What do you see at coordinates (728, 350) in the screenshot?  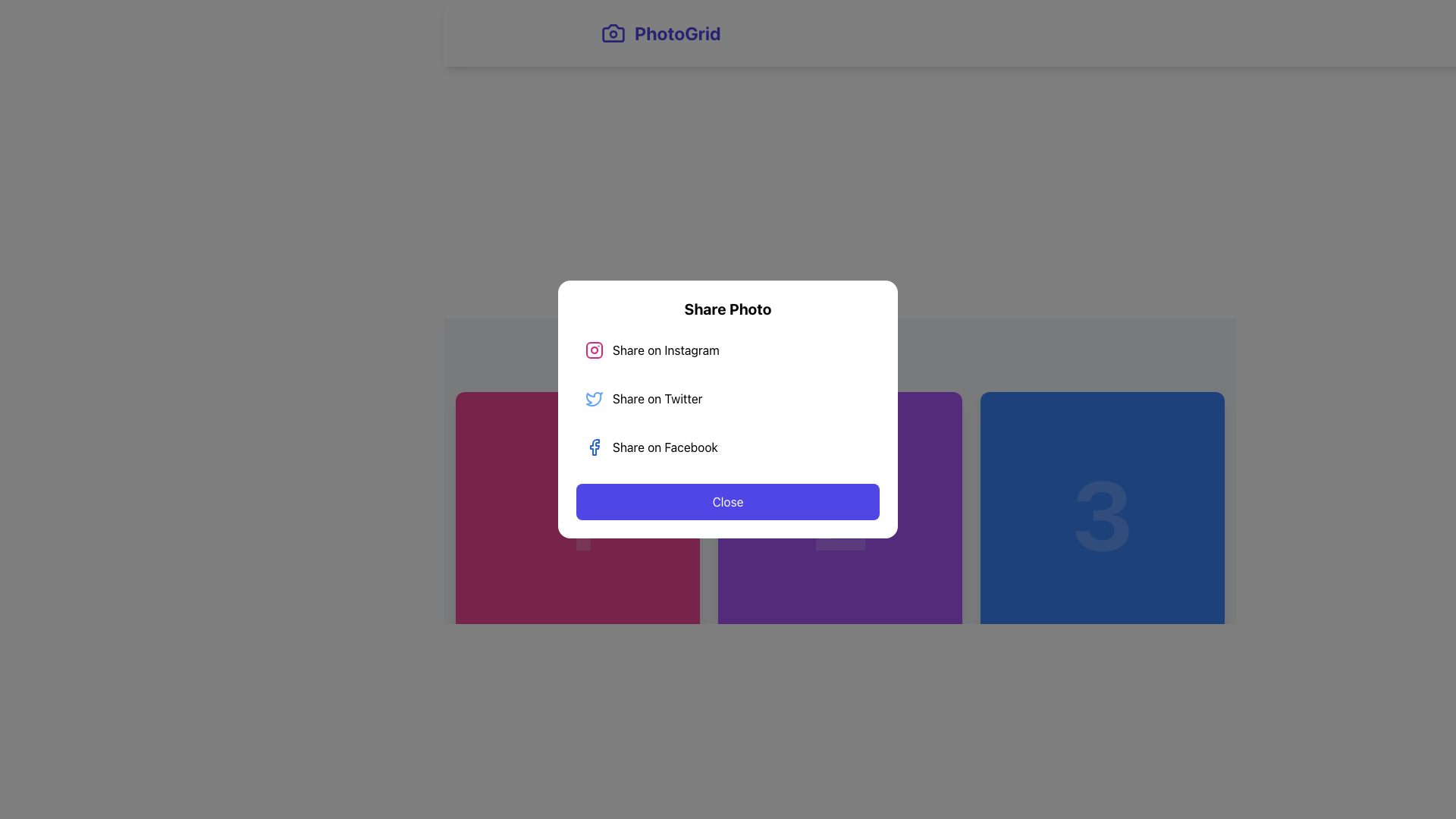 I see `the button labeled 'Share on Instagram' with a pink logo` at bounding box center [728, 350].